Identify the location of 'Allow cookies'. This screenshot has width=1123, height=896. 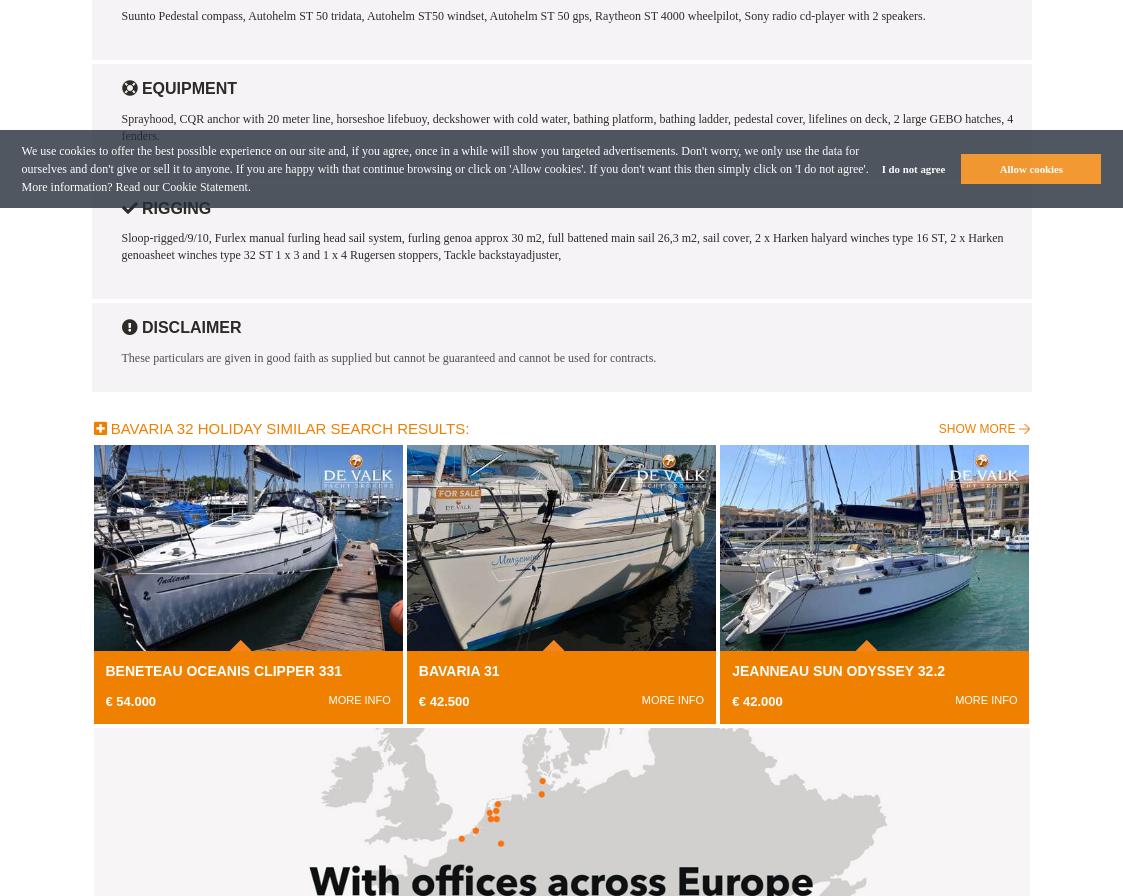
(1031, 168).